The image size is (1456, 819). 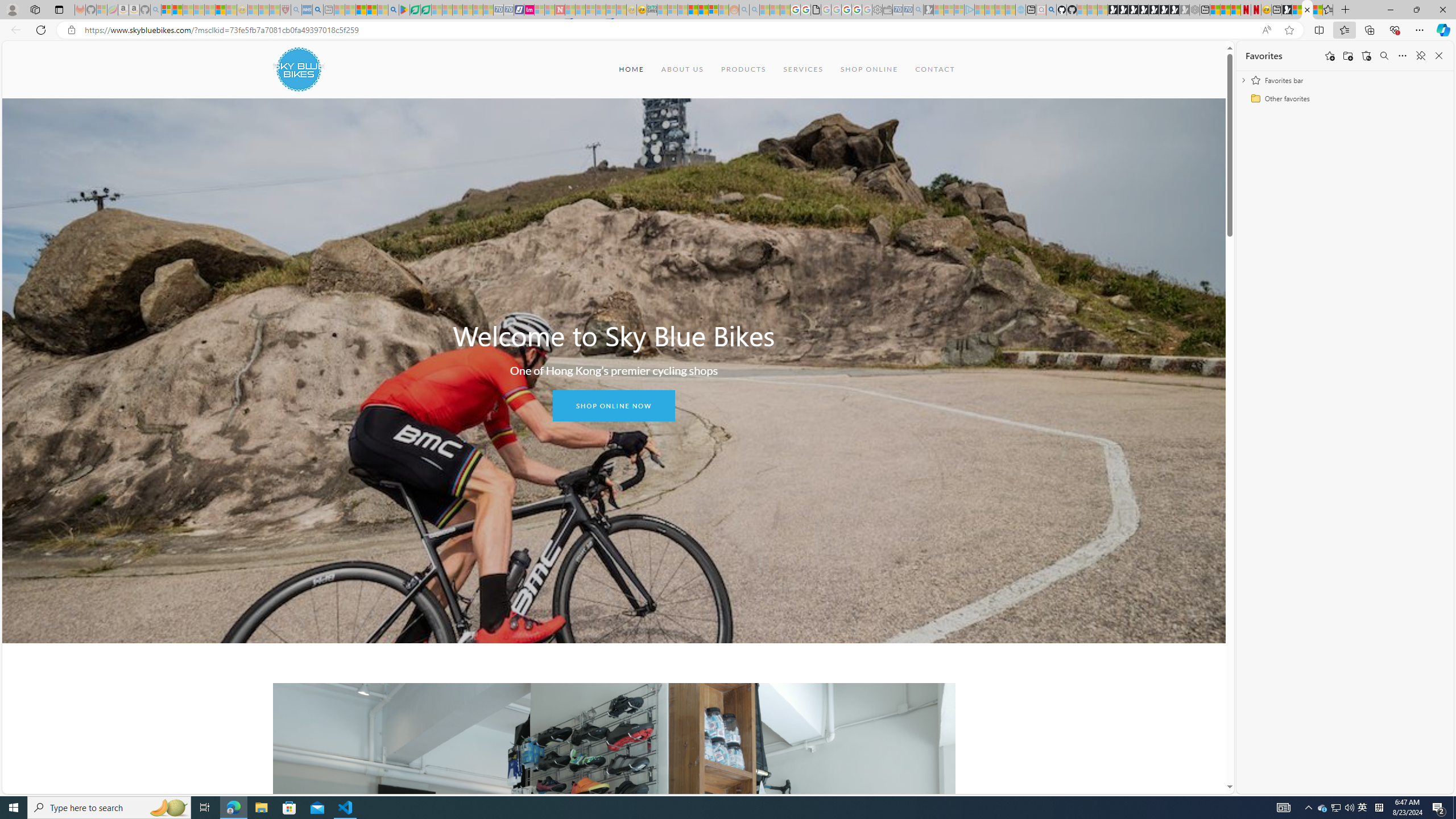 What do you see at coordinates (1050, 9) in the screenshot?
I see `'github - Search'` at bounding box center [1050, 9].